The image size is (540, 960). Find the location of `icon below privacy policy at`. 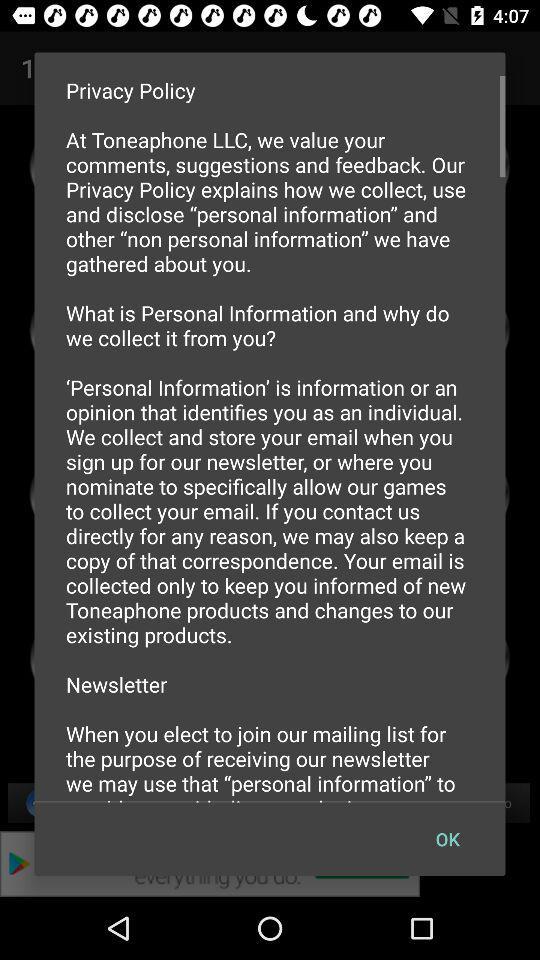

icon below privacy policy at is located at coordinates (447, 839).